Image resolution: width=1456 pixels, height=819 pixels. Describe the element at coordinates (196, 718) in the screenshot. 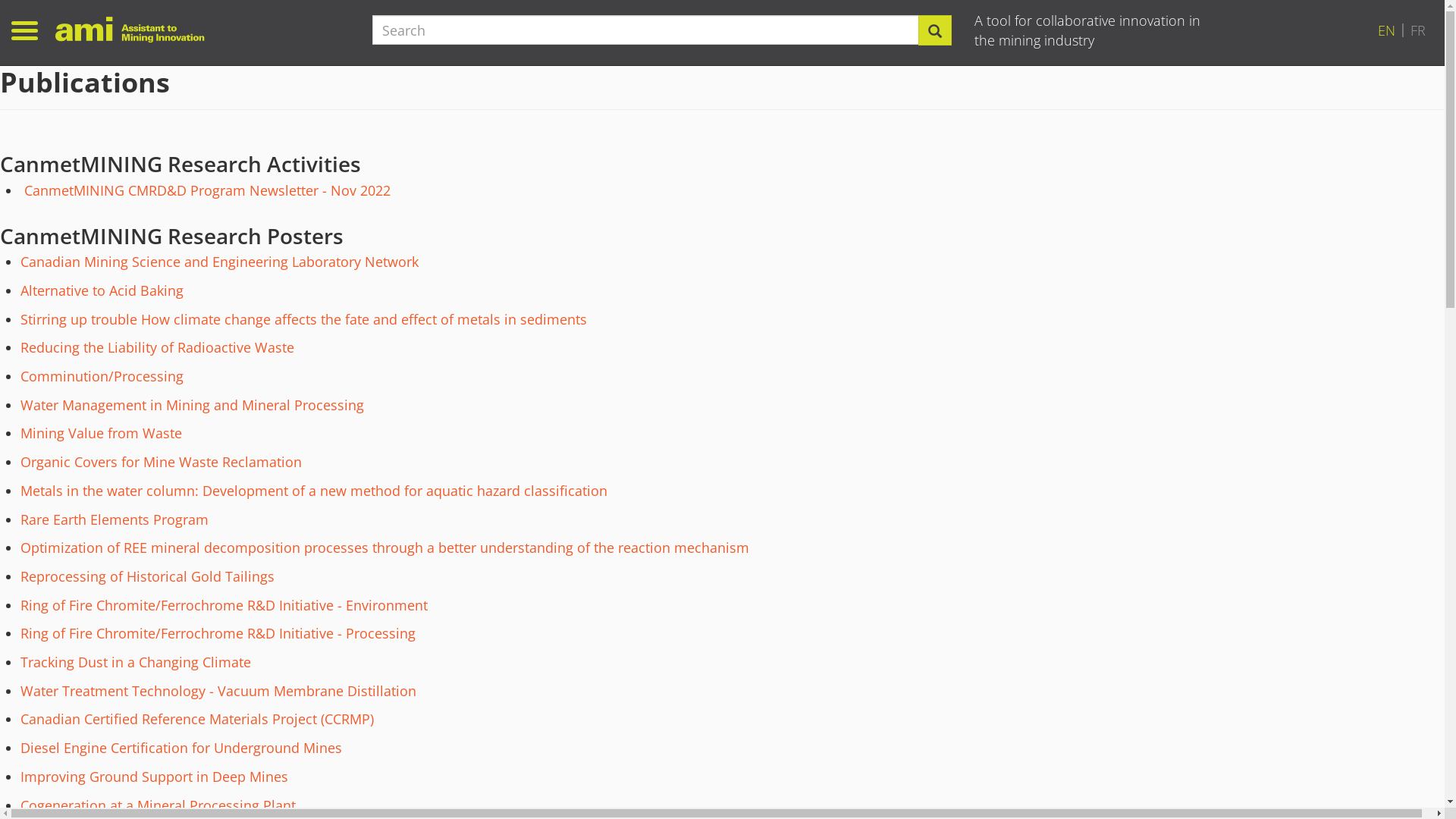

I see `'Canadian Certified Reference Materials Project (CCRMP)'` at that location.